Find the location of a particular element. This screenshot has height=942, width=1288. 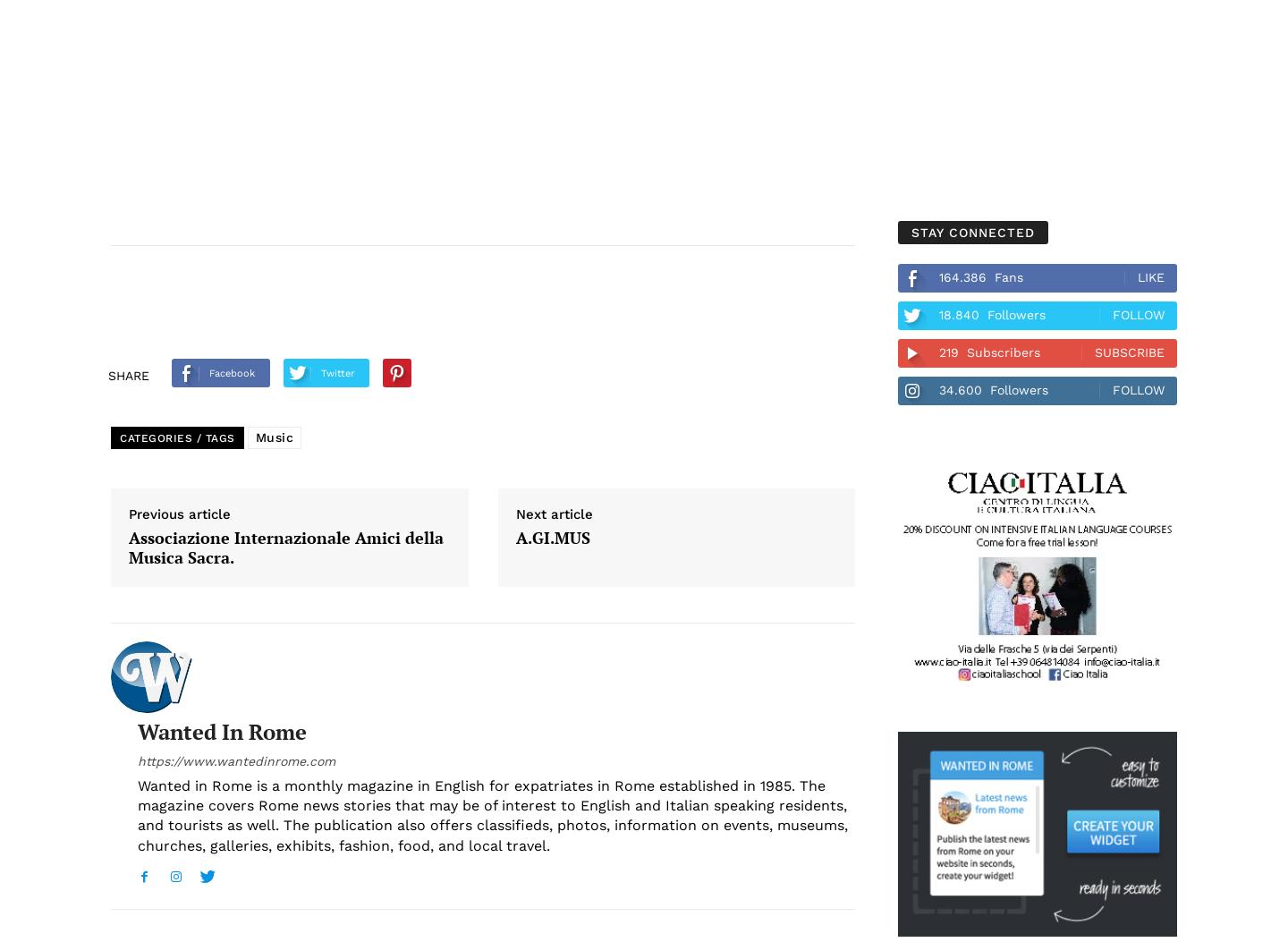

'Twitter' is located at coordinates (336, 373).